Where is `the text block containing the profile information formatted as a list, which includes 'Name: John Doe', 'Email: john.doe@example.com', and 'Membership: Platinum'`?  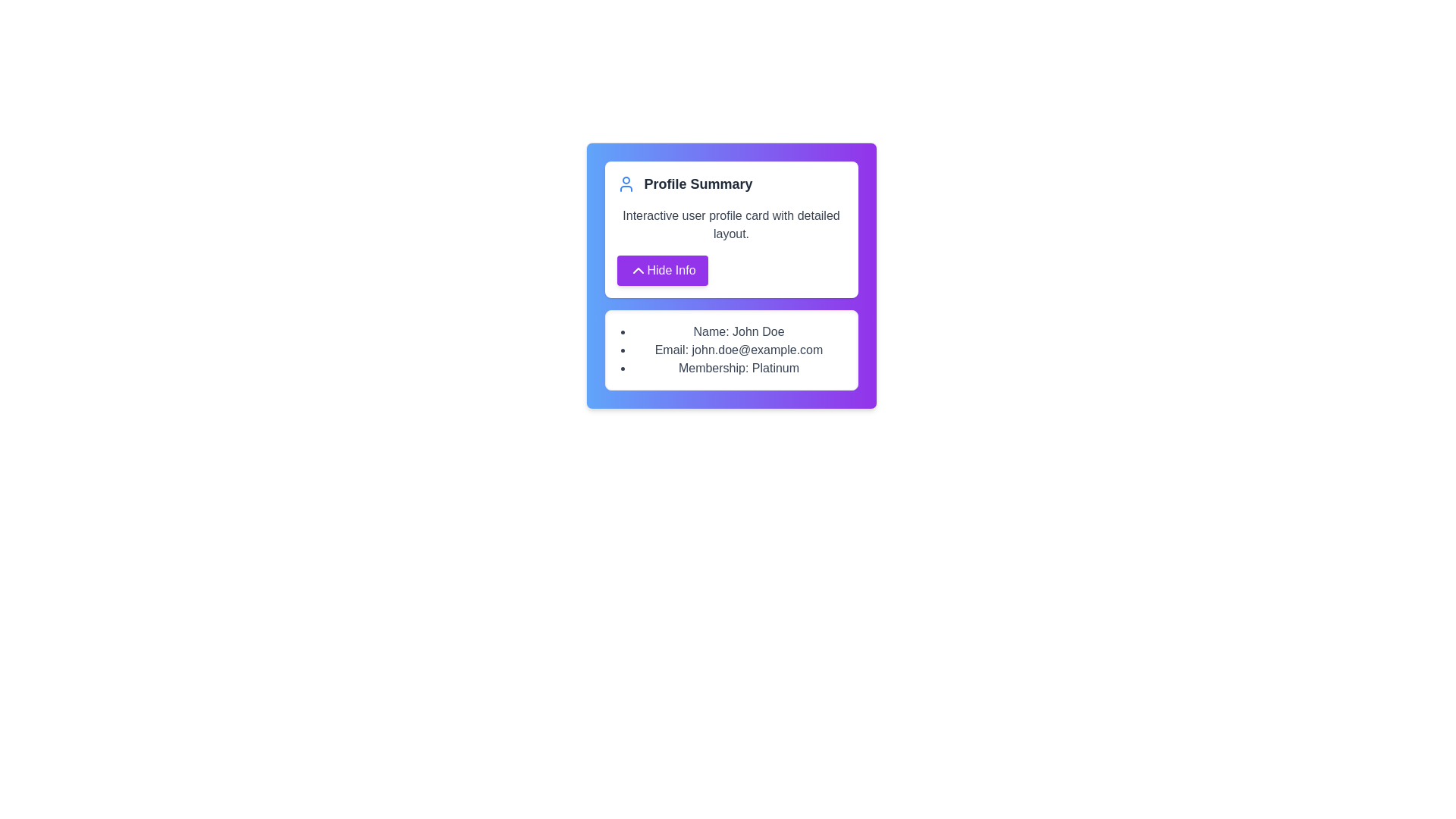
the text block containing the profile information formatted as a list, which includes 'Name: John Doe', 'Email: john.doe@example.com', and 'Membership: Platinum' is located at coordinates (731, 350).